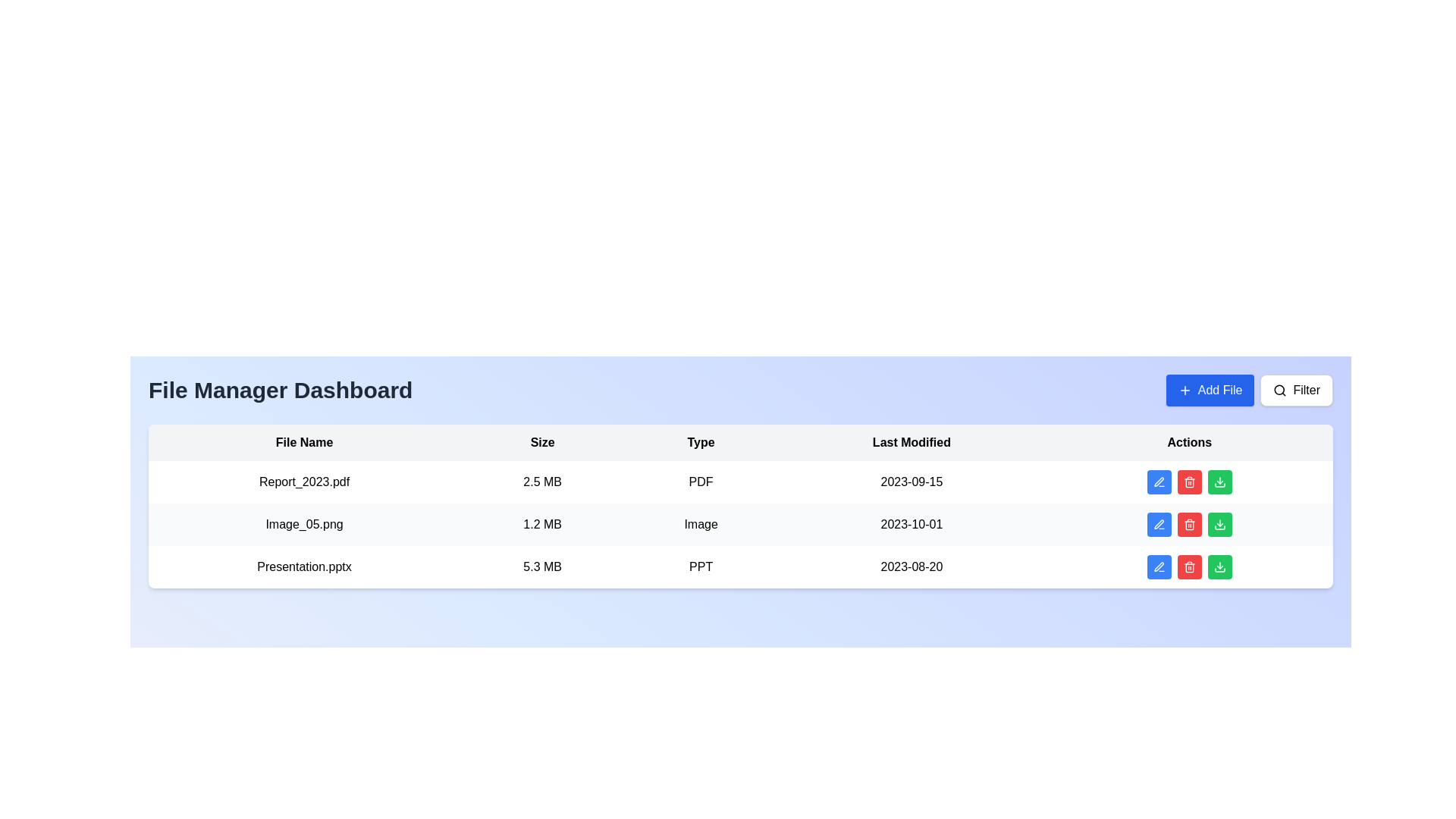 The width and height of the screenshot is (1456, 819). What do you see at coordinates (700, 523) in the screenshot?
I see `the text label 'Image' located in the second row of the table under the column labeled 'Type'` at bounding box center [700, 523].